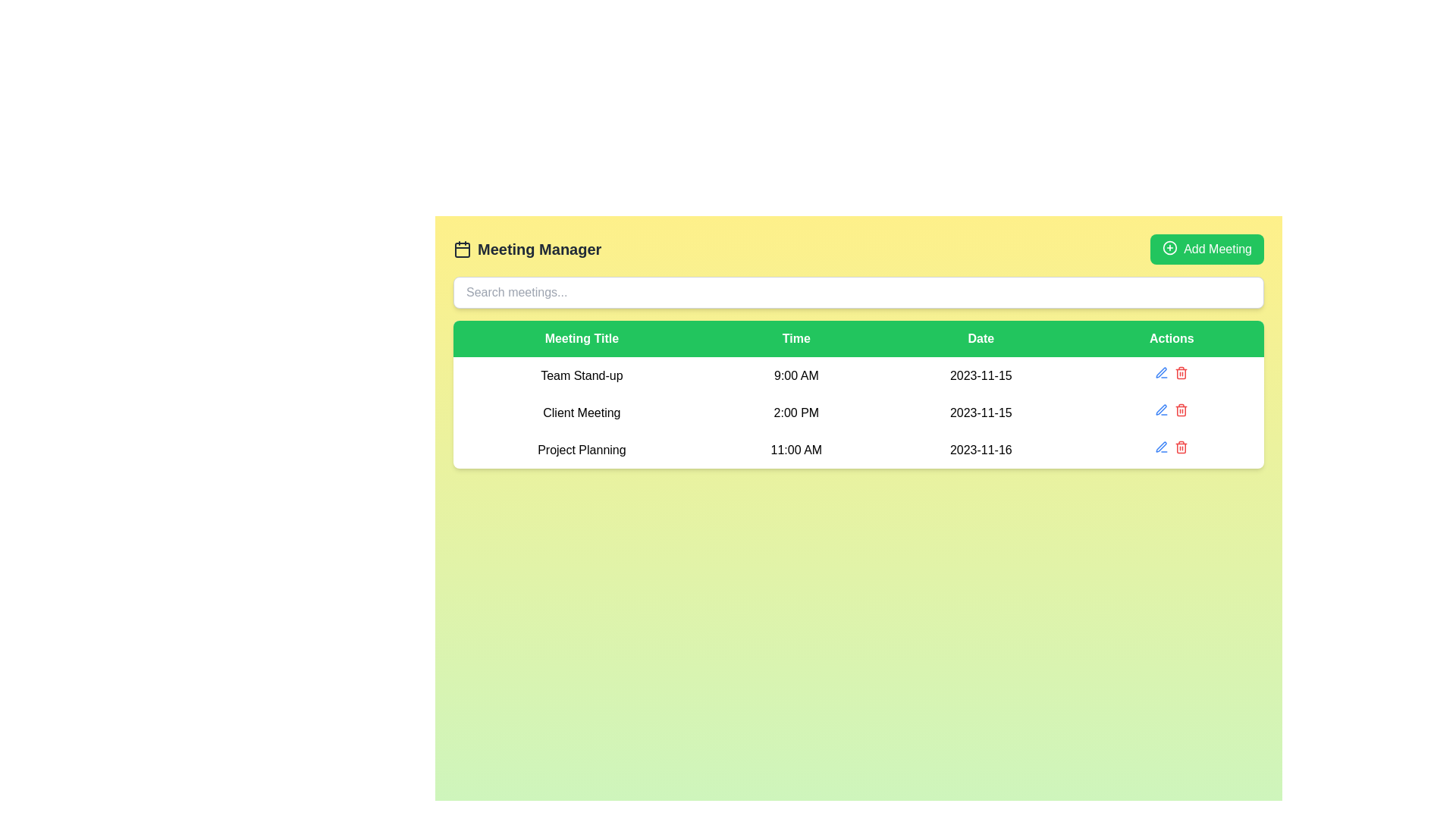 Image resolution: width=1456 pixels, height=819 pixels. Describe the element at coordinates (1161, 447) in the screenshot. I see `the edit button in the 'Actions' column of the third row of the meeting table` at that location.